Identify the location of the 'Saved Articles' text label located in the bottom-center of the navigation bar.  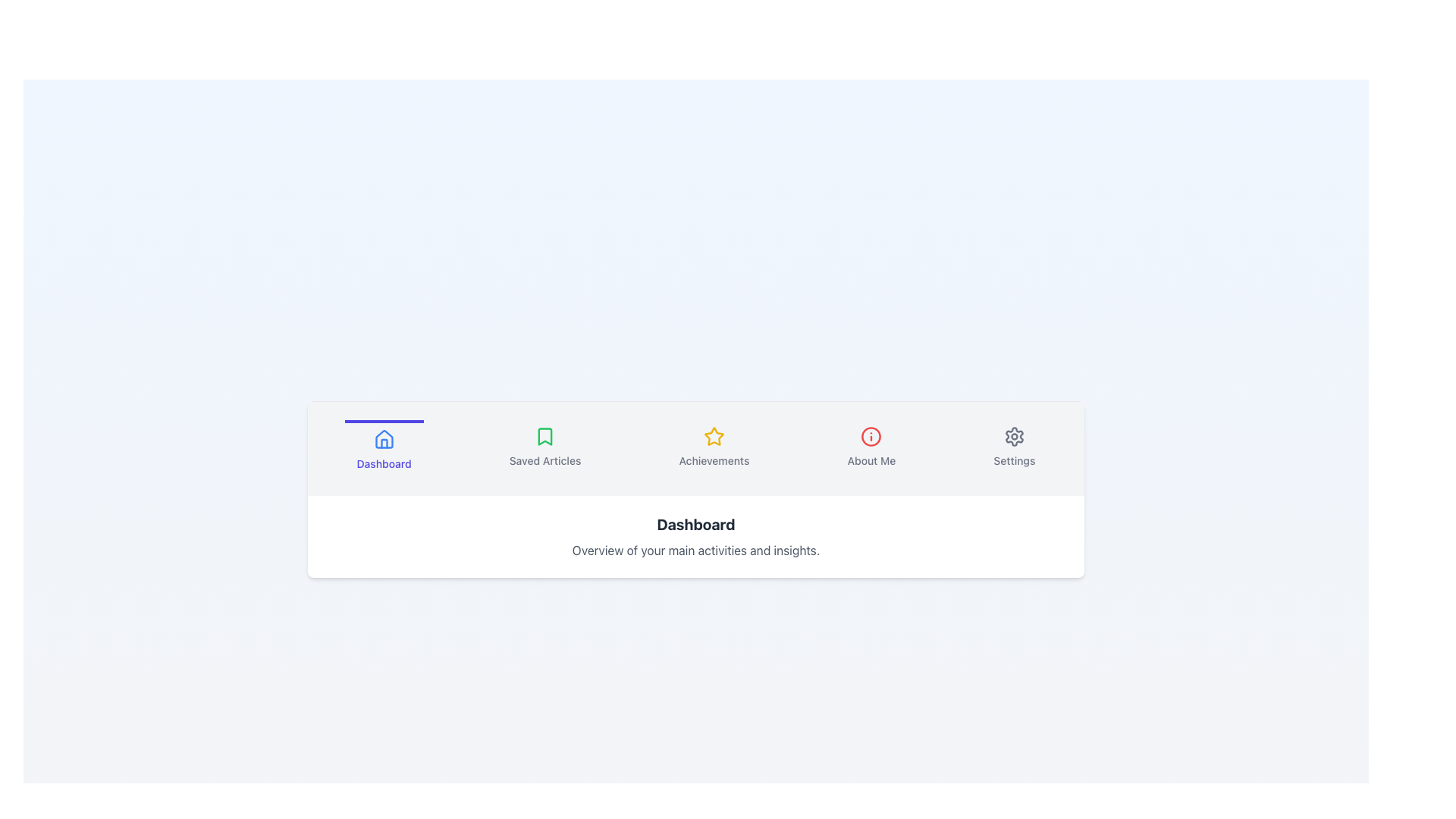
(545, 460).